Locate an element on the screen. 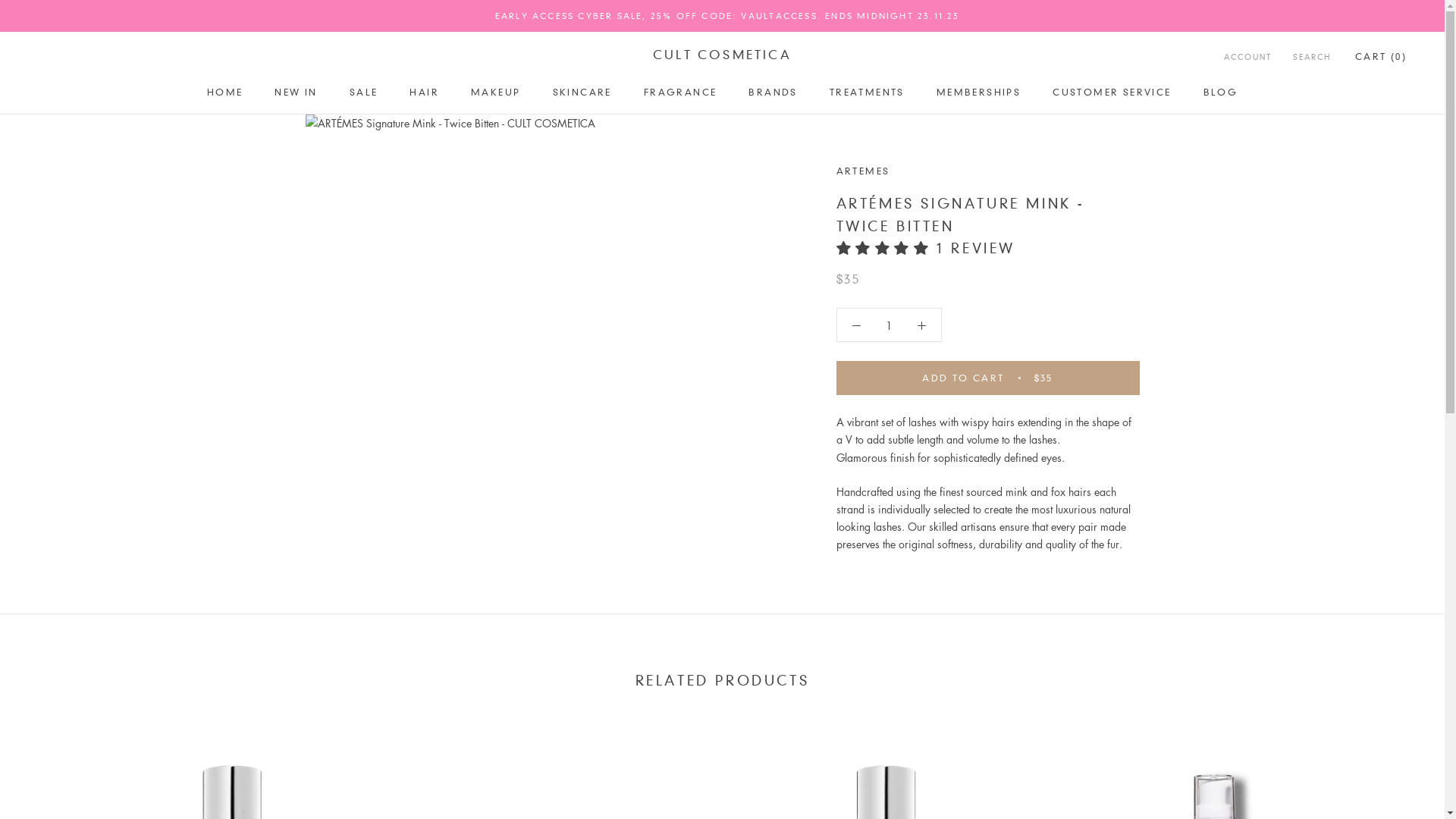 The image size is (1456, 819). 'HAIR is located at coordinates (409, 92).